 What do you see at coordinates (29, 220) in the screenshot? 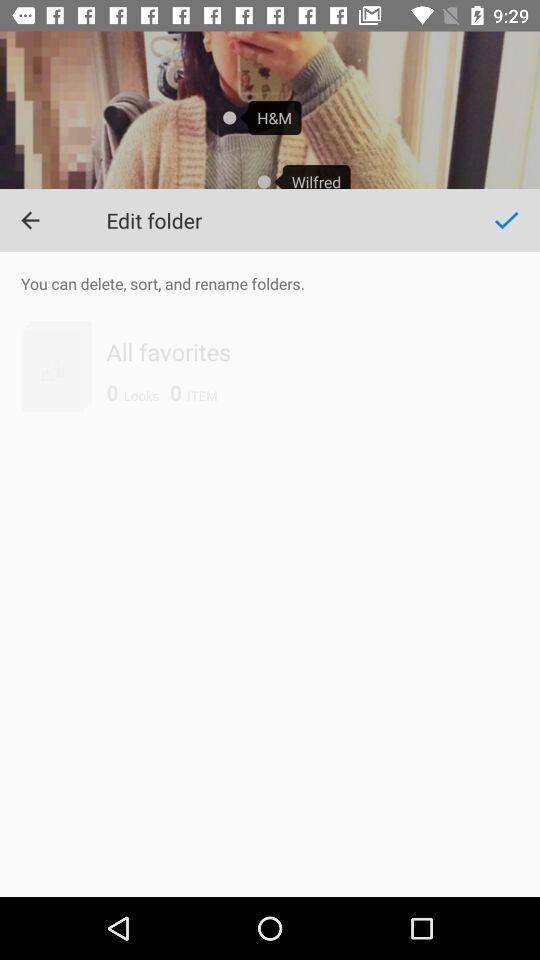
I see `the arrow_backward icon` at bounding box center [29, 220].